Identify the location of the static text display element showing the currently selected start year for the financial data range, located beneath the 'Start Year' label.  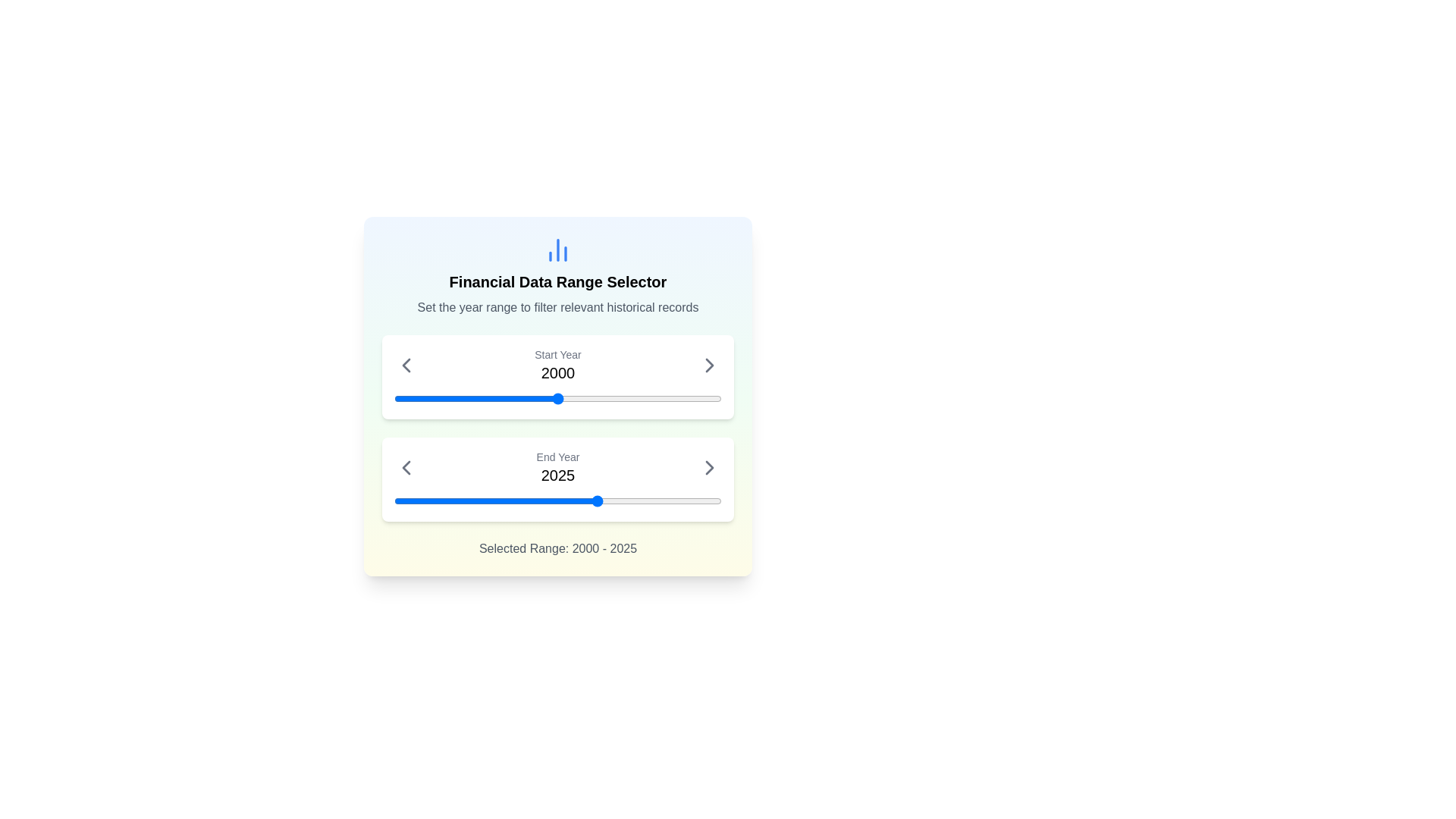
(557, 373).